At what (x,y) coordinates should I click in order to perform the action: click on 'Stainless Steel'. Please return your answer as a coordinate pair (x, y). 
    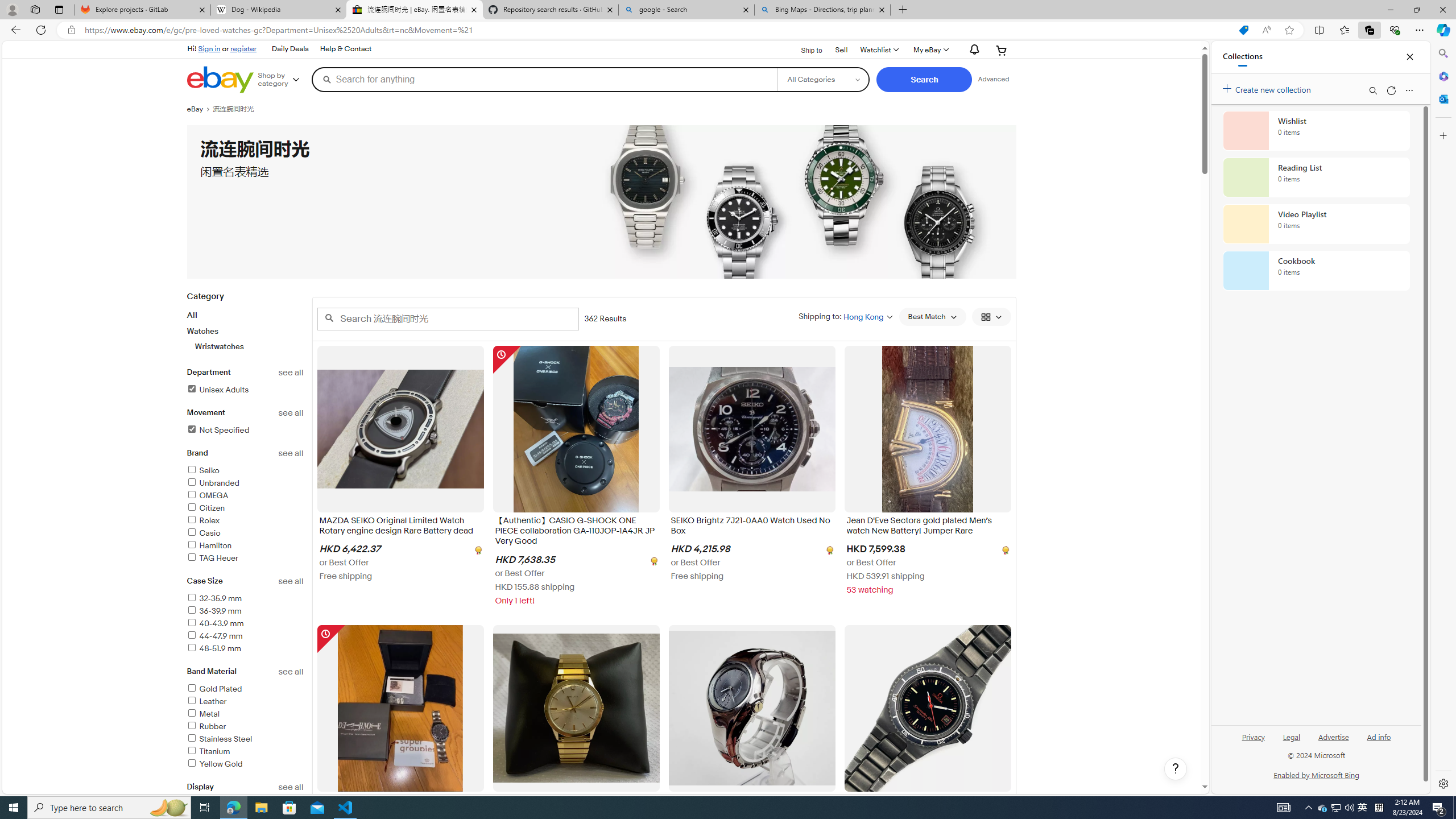
    Looking at the image, I should click on (218, 738).